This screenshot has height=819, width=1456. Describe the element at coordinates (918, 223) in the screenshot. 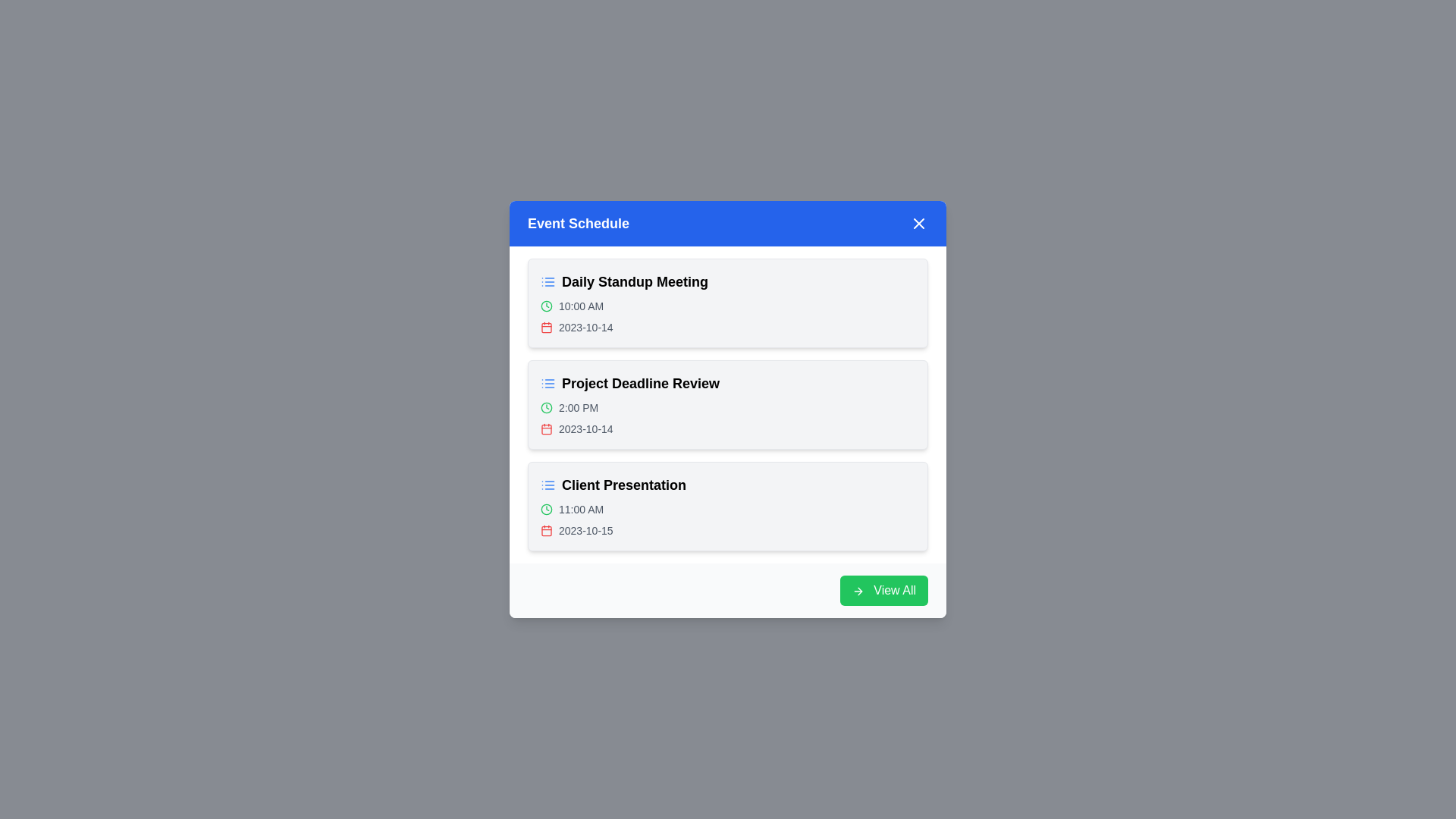

I see `the Close button represented by an 'X' icon in the top-right corner of the blue header section of the 'Event Schedule' card` at that location.